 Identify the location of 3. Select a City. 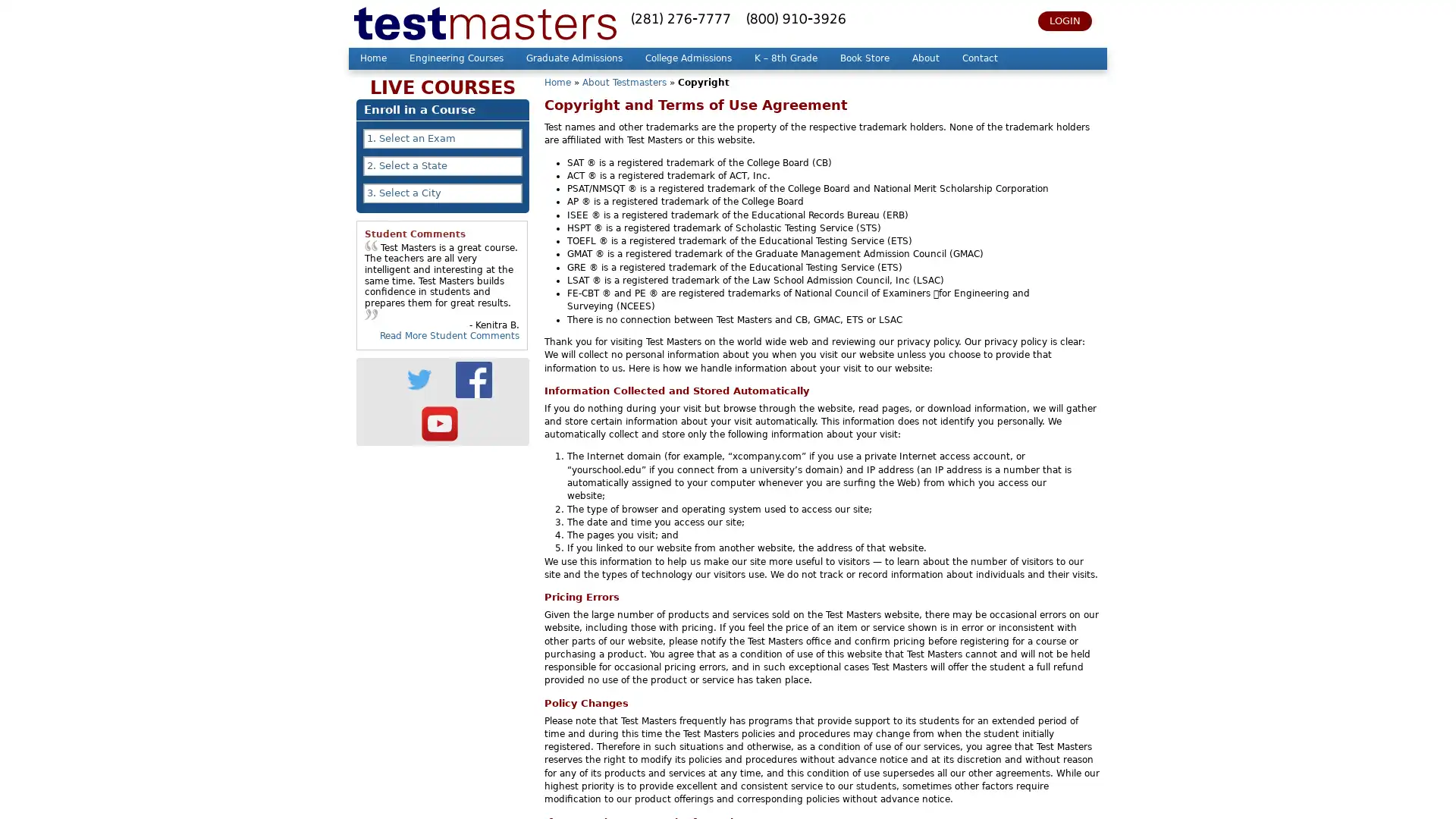
(442, 192).